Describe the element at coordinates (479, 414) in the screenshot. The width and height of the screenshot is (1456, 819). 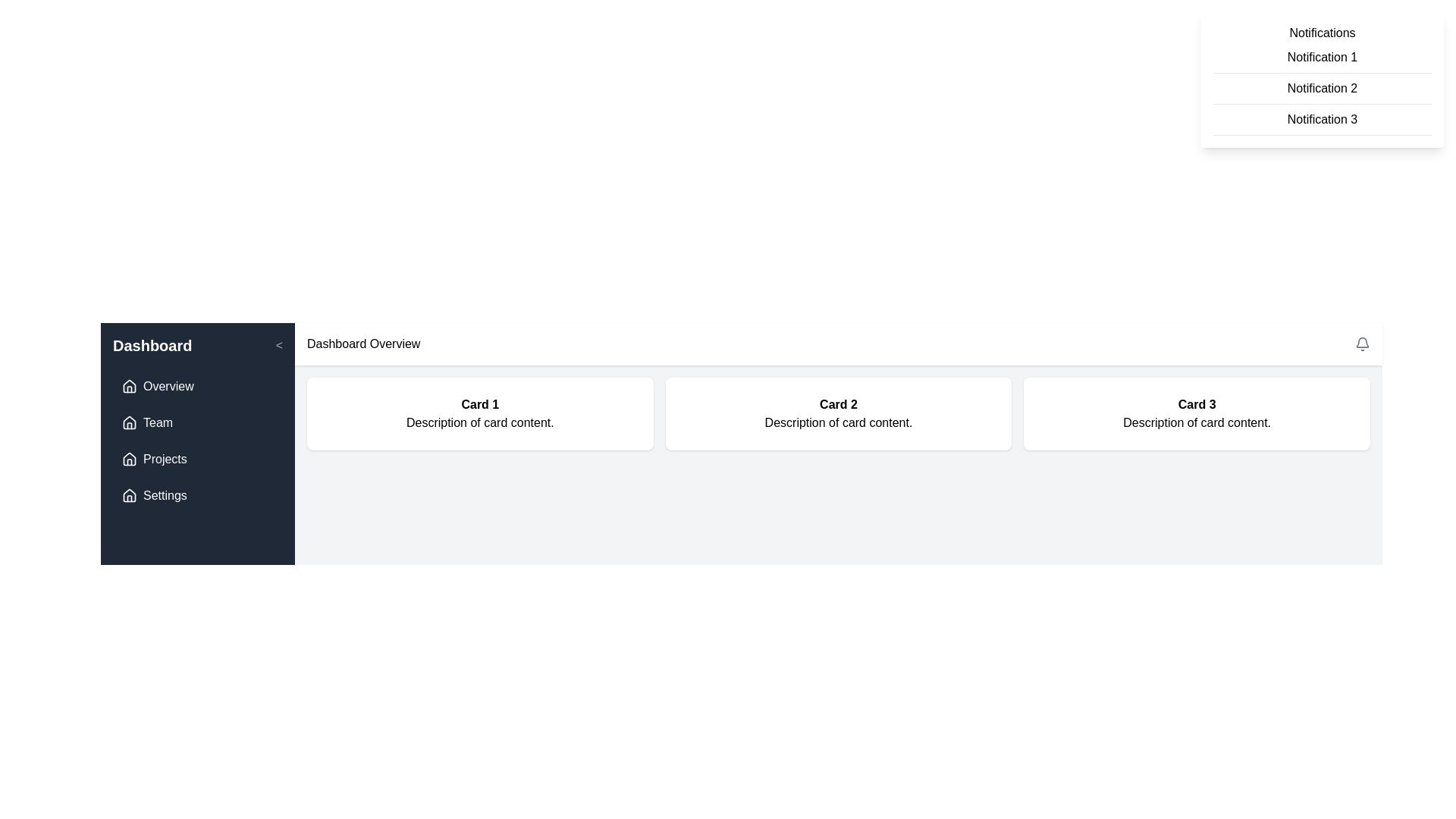
I see `the Informational card titled 'Card 1', which is a white card with rounded corners and shadow effect, located in the central part of the interface` at that location.